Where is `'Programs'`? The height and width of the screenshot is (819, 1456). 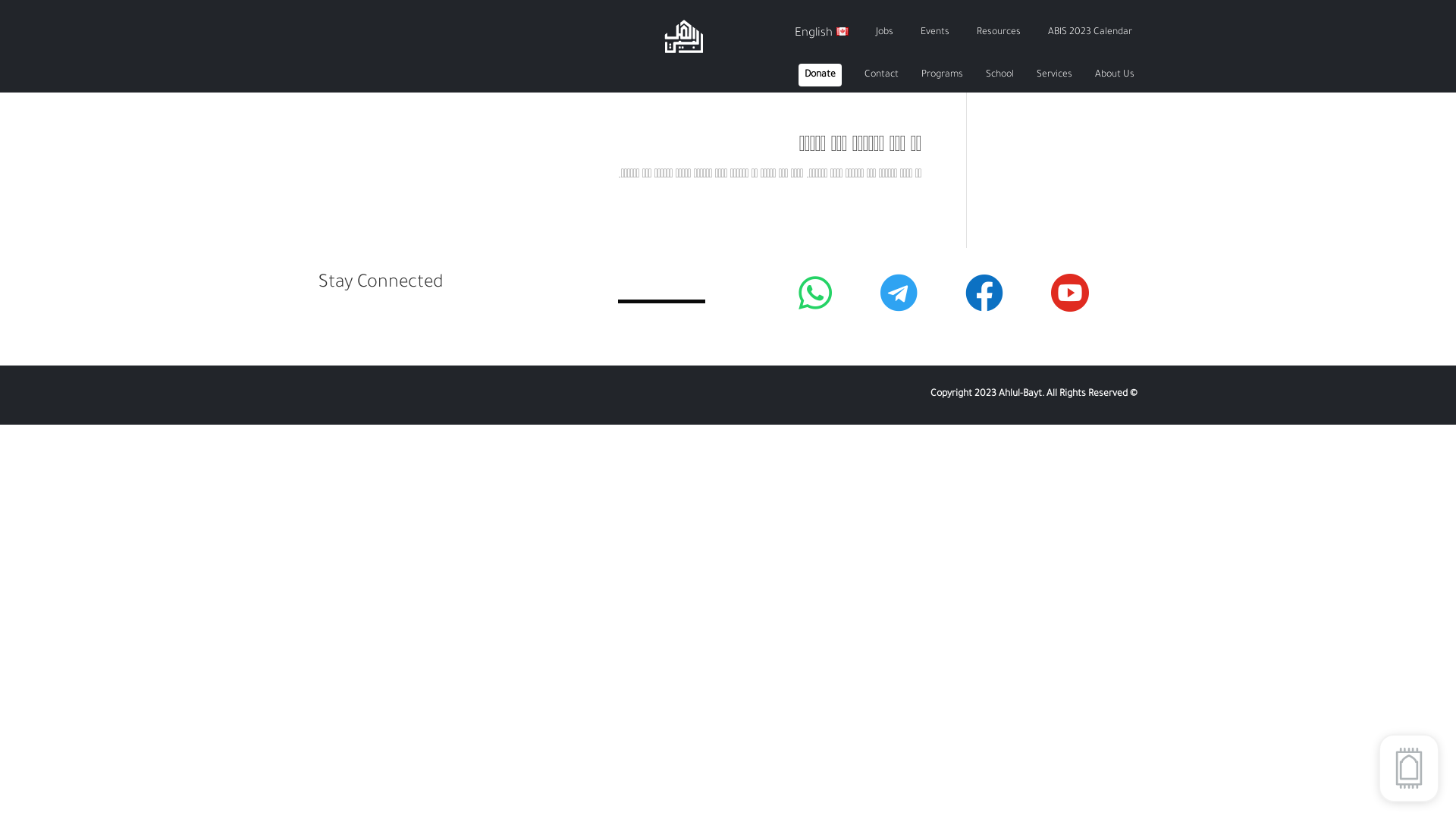
'Programs' is located at coordinates (941, 75).